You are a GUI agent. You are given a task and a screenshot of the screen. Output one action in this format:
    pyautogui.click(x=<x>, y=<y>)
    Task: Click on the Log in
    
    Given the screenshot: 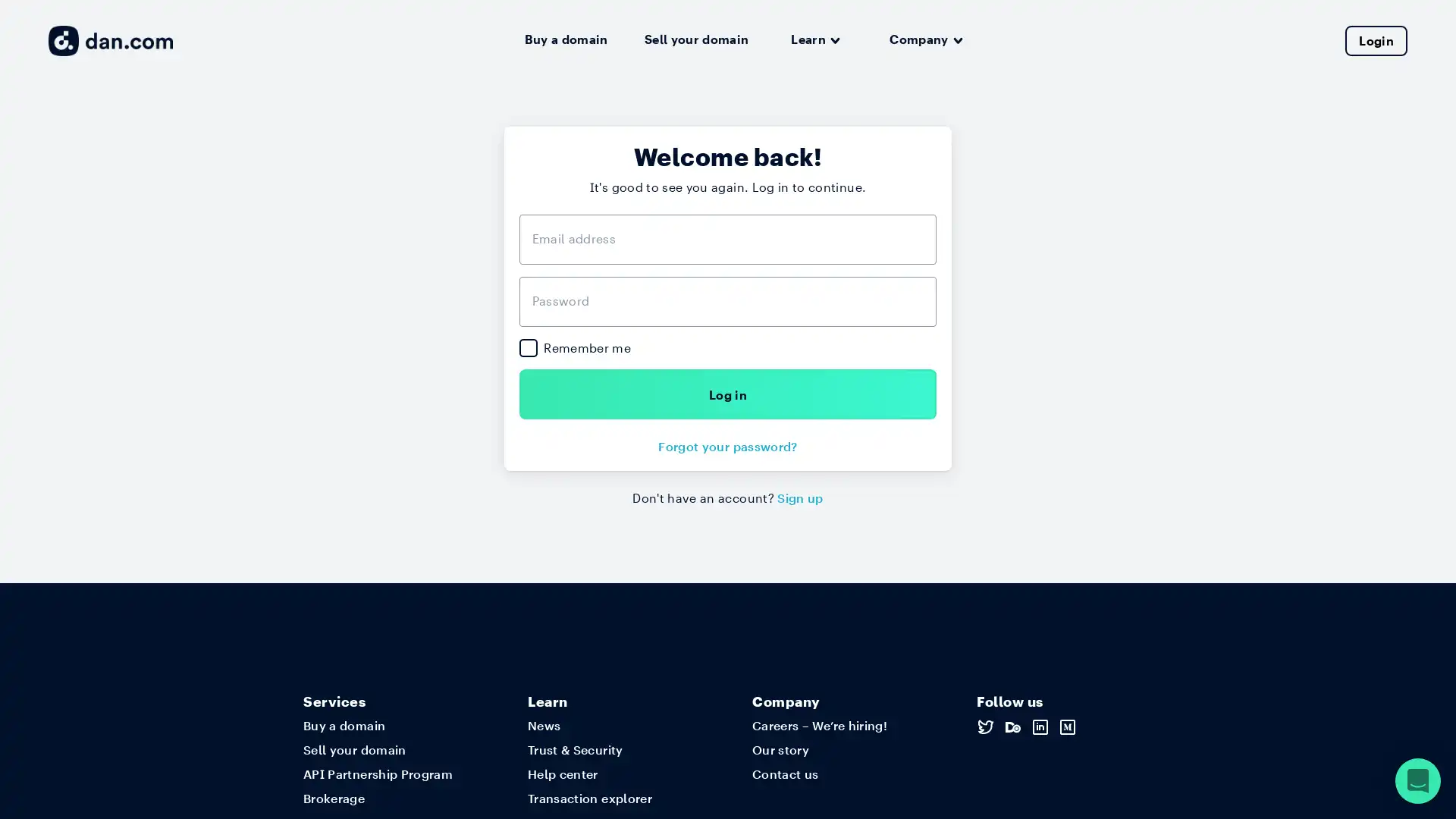 What is the action you would take?
    pyautogui.click(x=726, y=394)
    